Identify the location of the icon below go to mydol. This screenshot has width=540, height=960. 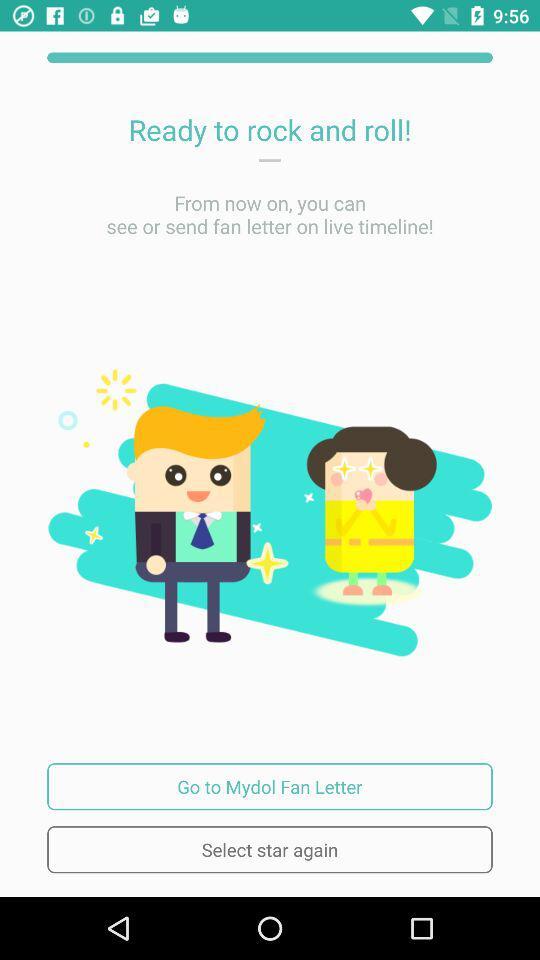
(270, 848).